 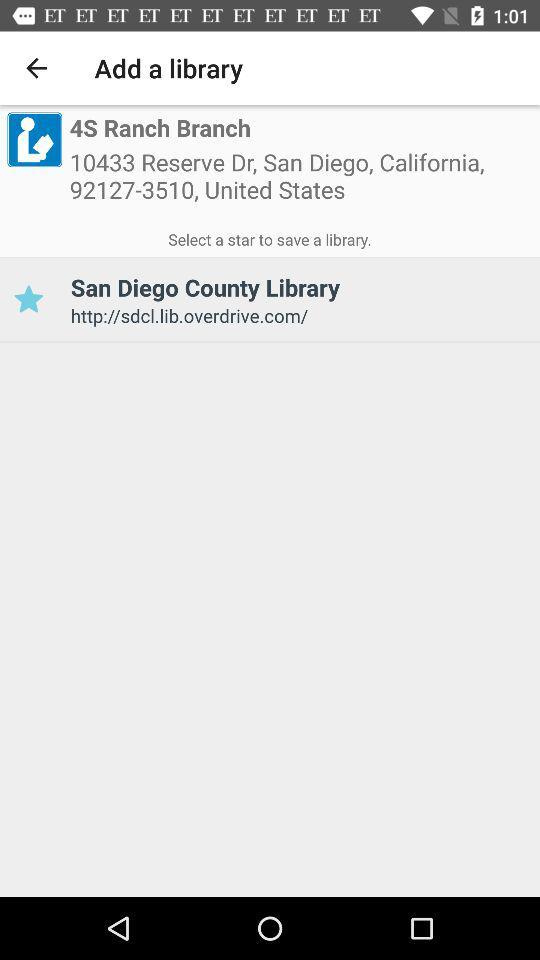 What do you see at coordinates (300, 182) in the screenshot?
I see `item below 4s ranch branch` at bounding box center [300, 182].